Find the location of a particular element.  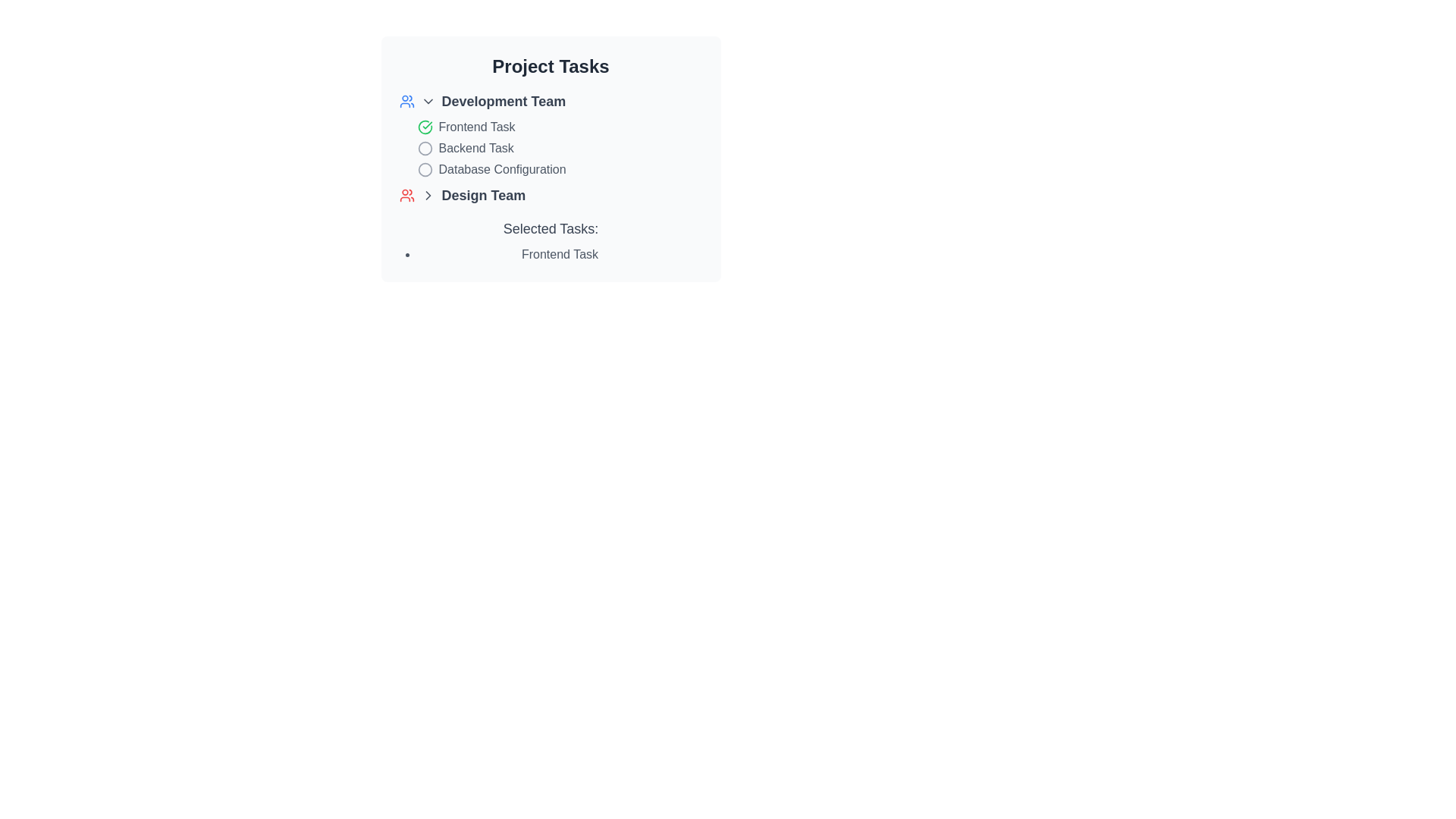

the SVG circle element located in the 'Development Team' area, aligned with the 'Database Configuration' text is located at coordinates (425, 169).